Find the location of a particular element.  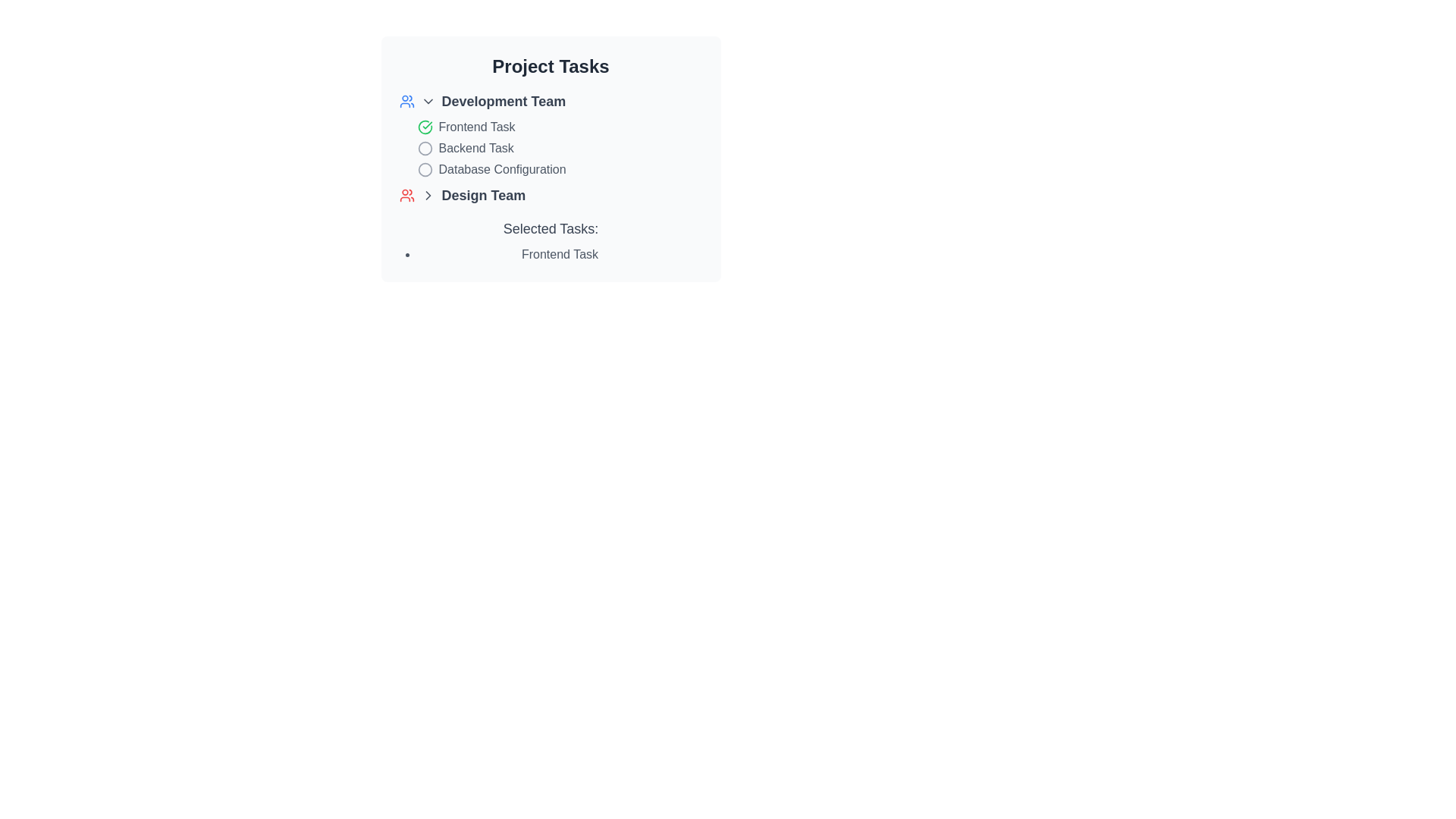

the SVG circle element located in the 'Development Team' area, aligned with the 'Database Configuration' text is located at coordinates (425, 169).